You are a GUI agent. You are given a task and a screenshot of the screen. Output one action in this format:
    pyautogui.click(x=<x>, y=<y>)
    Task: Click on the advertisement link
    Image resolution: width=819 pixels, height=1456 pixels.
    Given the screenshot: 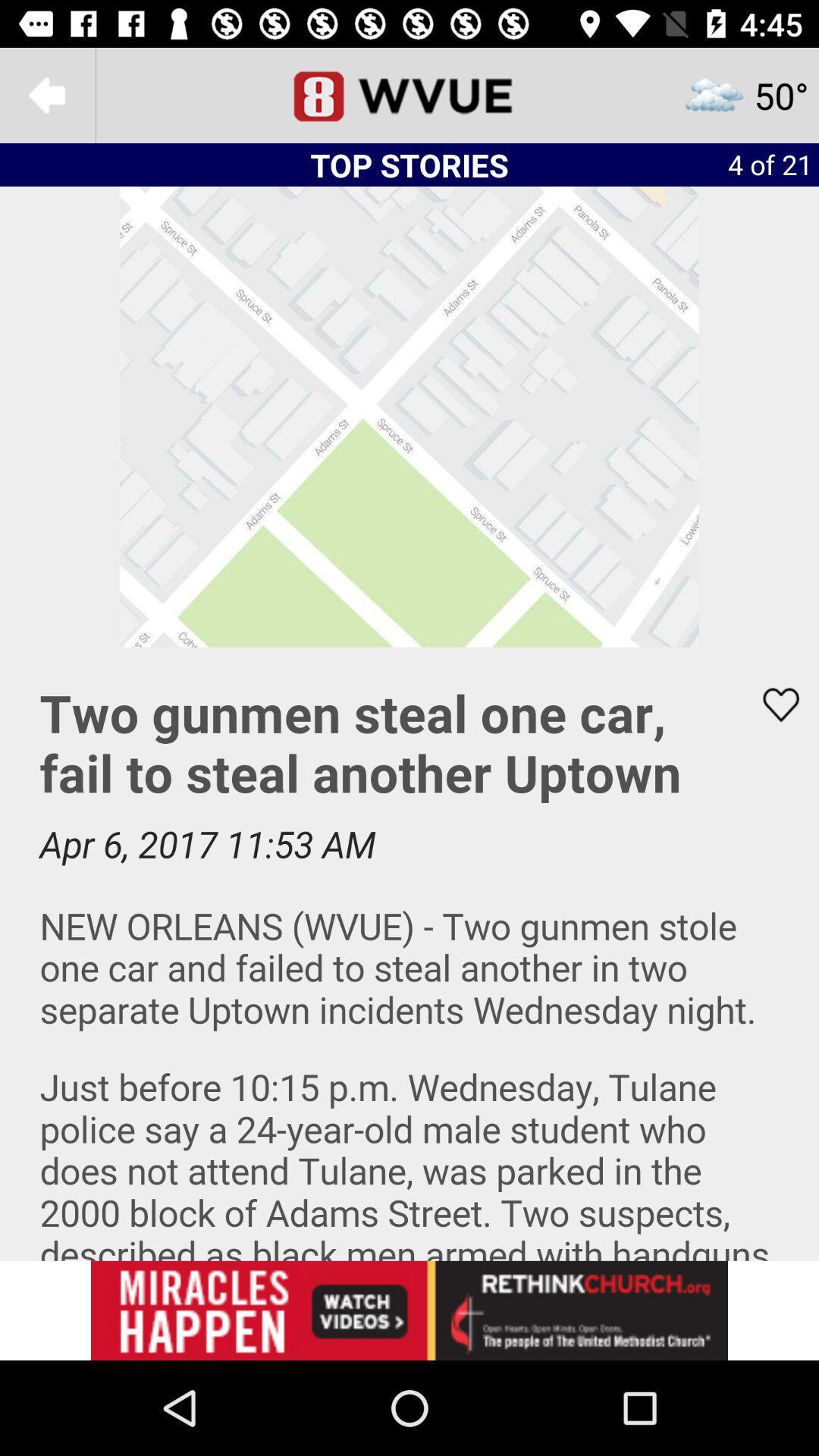 What is the action you would take?
    pyautogui.click(x=409, y=1310)
    